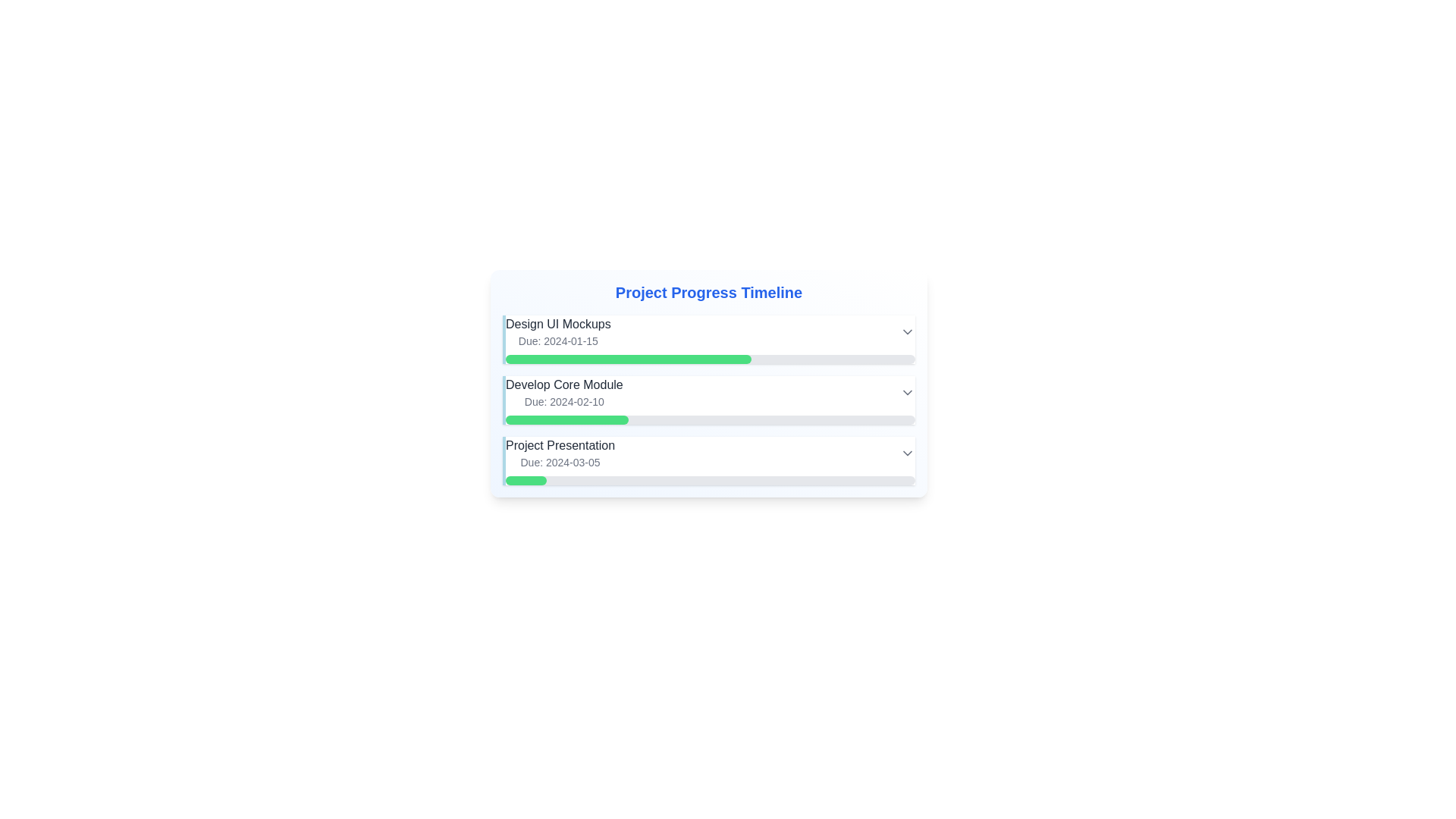 The image size is (1456, 819). What do you see at coordinates (709, 331) in the screenshot?
I see `the first task entry in the project timeline` at bounding box center [709, 331].